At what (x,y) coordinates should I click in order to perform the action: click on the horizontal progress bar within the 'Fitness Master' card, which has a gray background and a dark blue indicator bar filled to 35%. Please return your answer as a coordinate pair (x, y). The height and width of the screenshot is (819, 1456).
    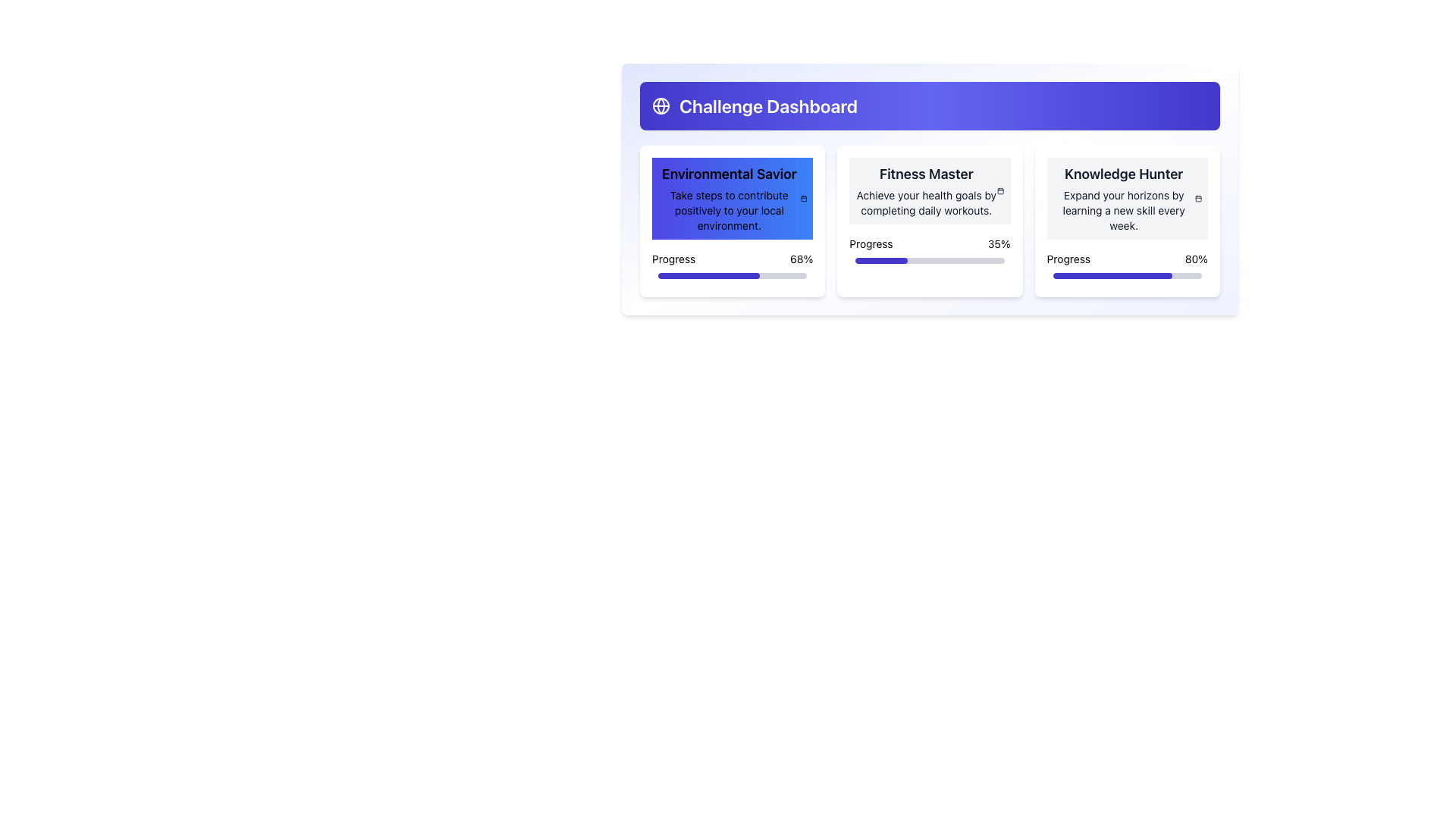
    Looking at the image, I should click on (929, 259).